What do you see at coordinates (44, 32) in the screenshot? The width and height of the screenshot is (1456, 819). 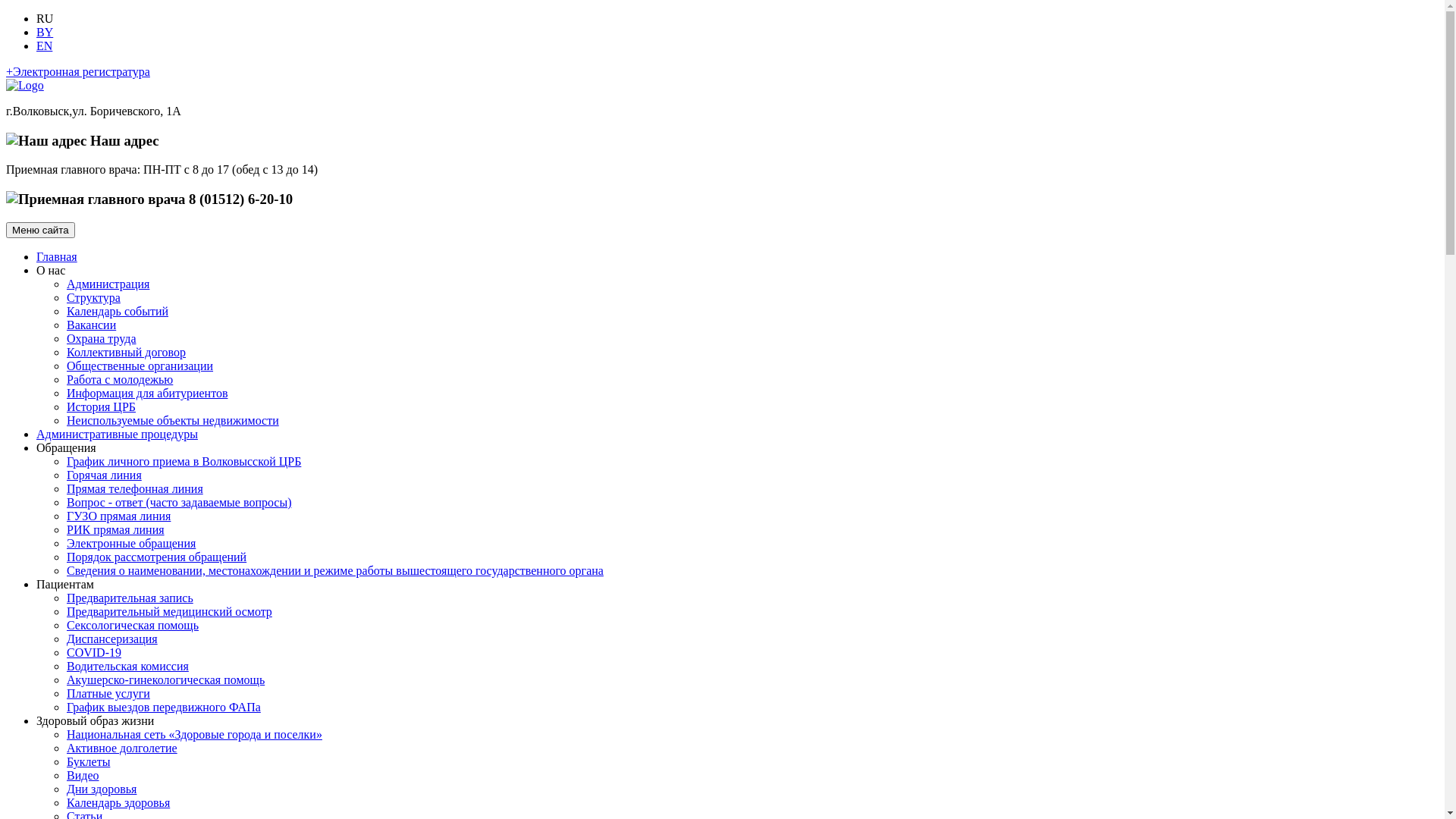 I see `'BY'` at bounding box center [44, 32].